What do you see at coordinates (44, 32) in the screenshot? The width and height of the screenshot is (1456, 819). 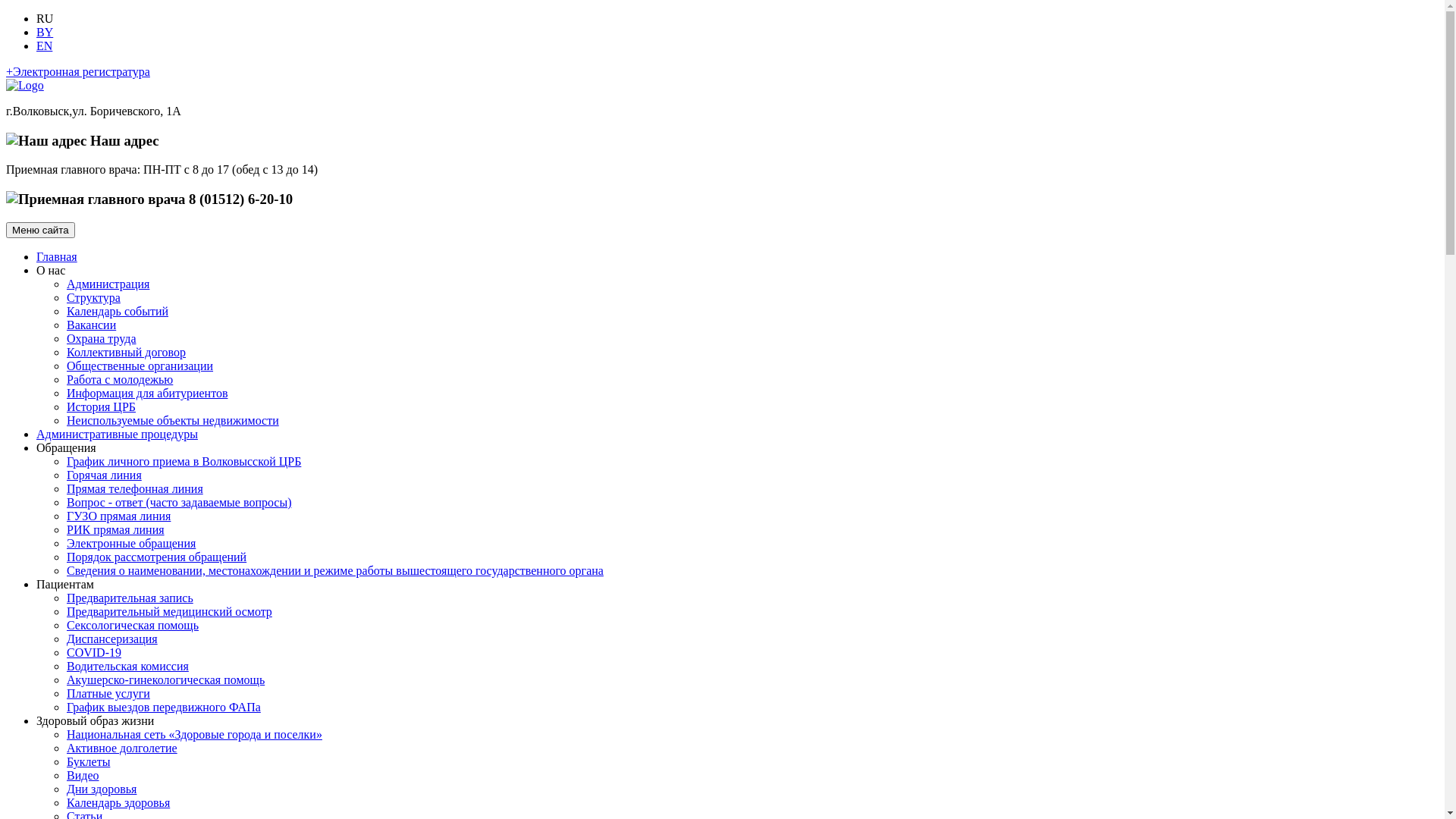 I see `'BY'` at bounding box center [44, 32].